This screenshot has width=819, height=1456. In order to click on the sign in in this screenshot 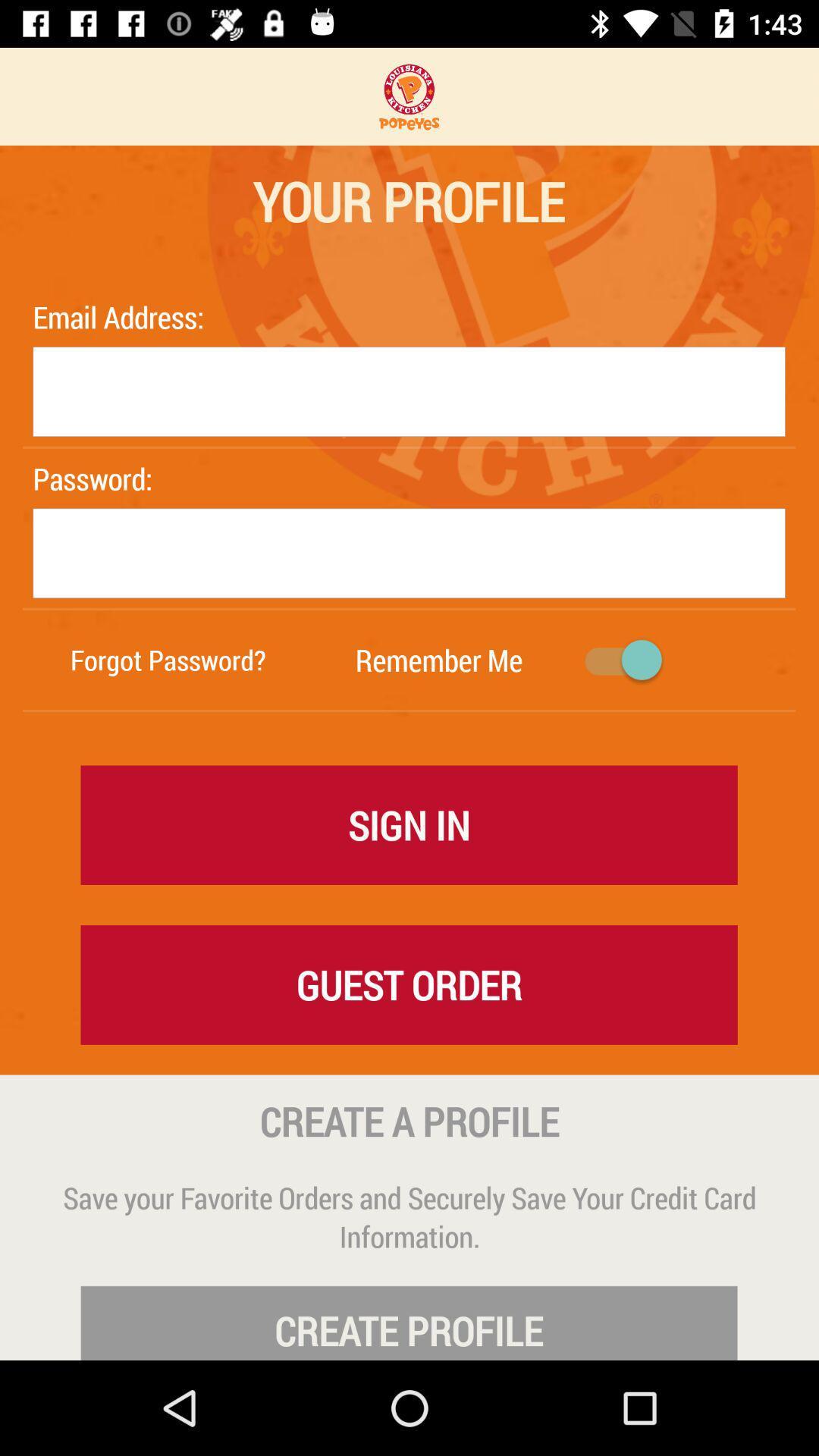, I will do `click(408, 824)`.